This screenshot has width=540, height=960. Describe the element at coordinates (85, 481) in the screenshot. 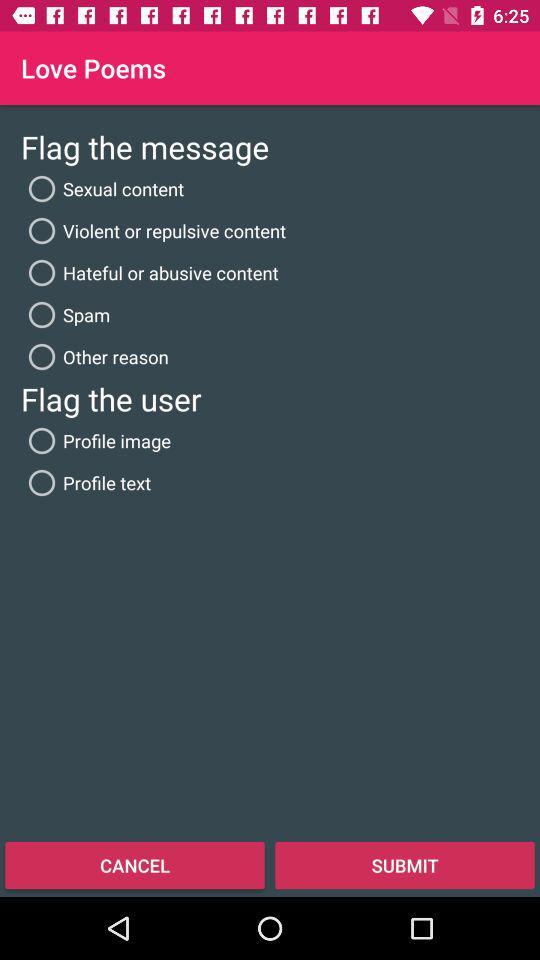

I see `the profile text` at that location.